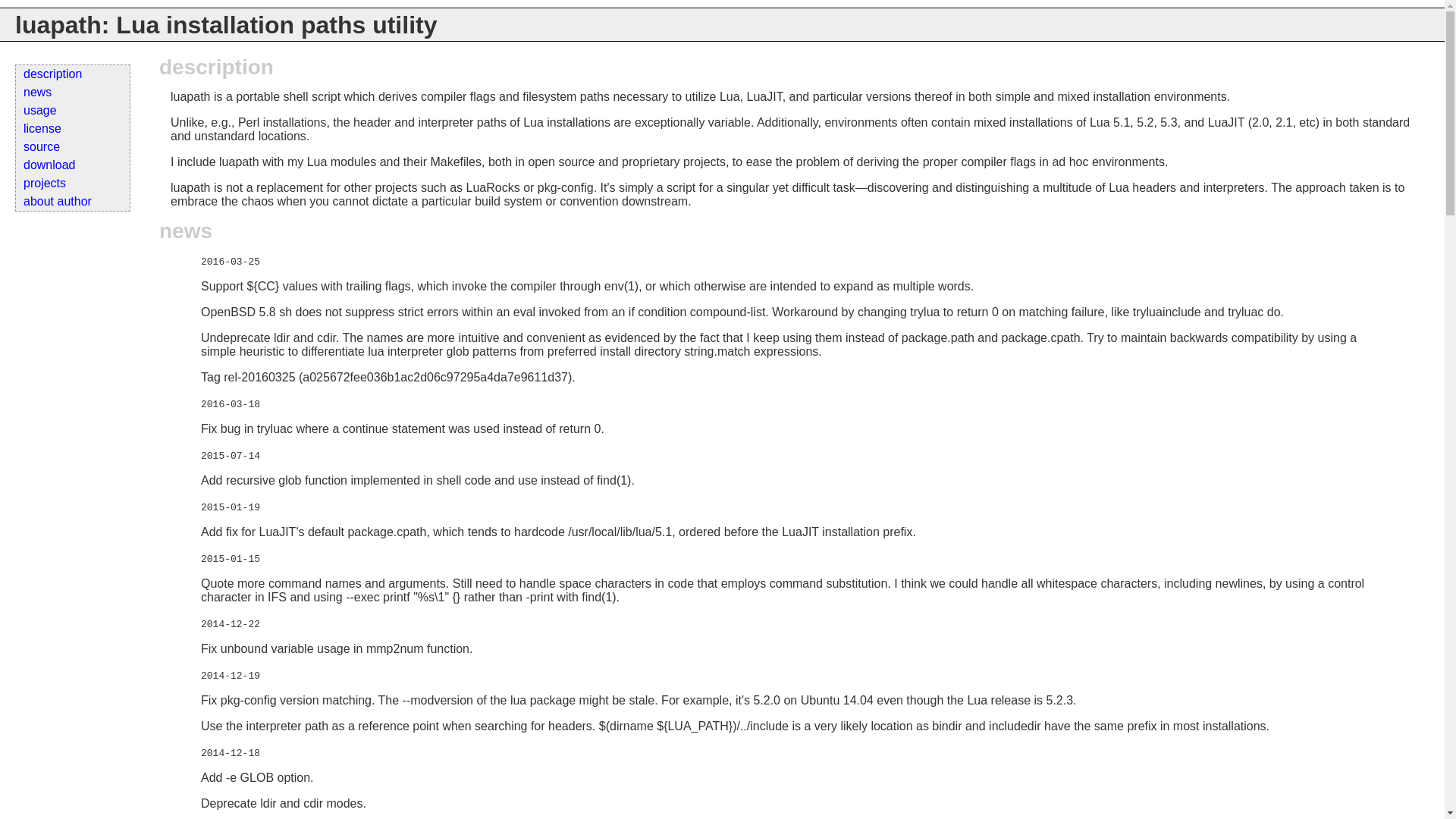 The width and height of the screenshot is (1456, 819). What do you see at coordinates (15, 74) in the screenshot?
I see `'description'` at bounding box center [15, 74].